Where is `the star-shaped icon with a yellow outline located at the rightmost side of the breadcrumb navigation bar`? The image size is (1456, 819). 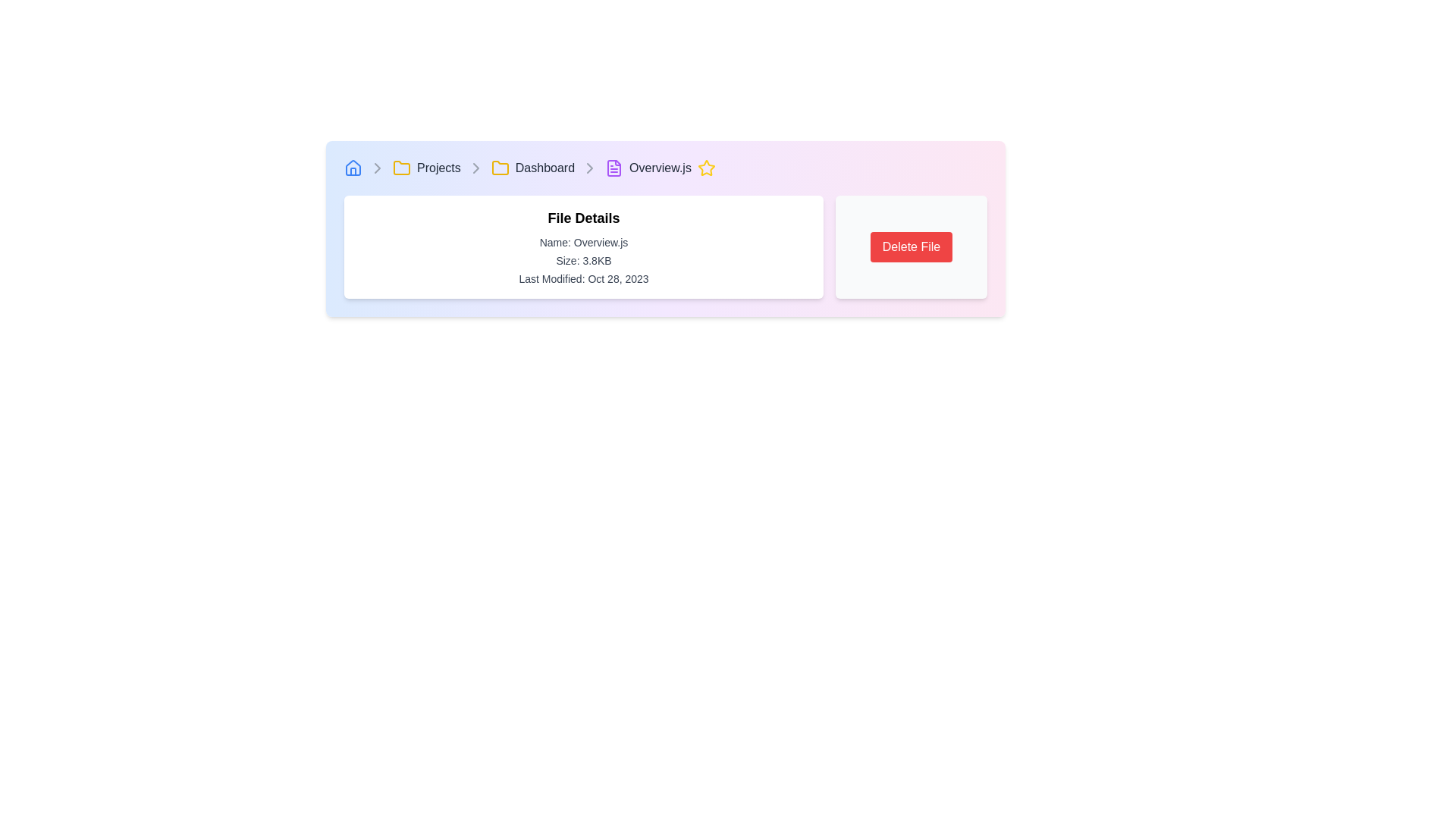
the star-shaped icon with a yellow outline located at the rightmost side of the breadcrumb navigation bar is located at coordinates (705, 168).